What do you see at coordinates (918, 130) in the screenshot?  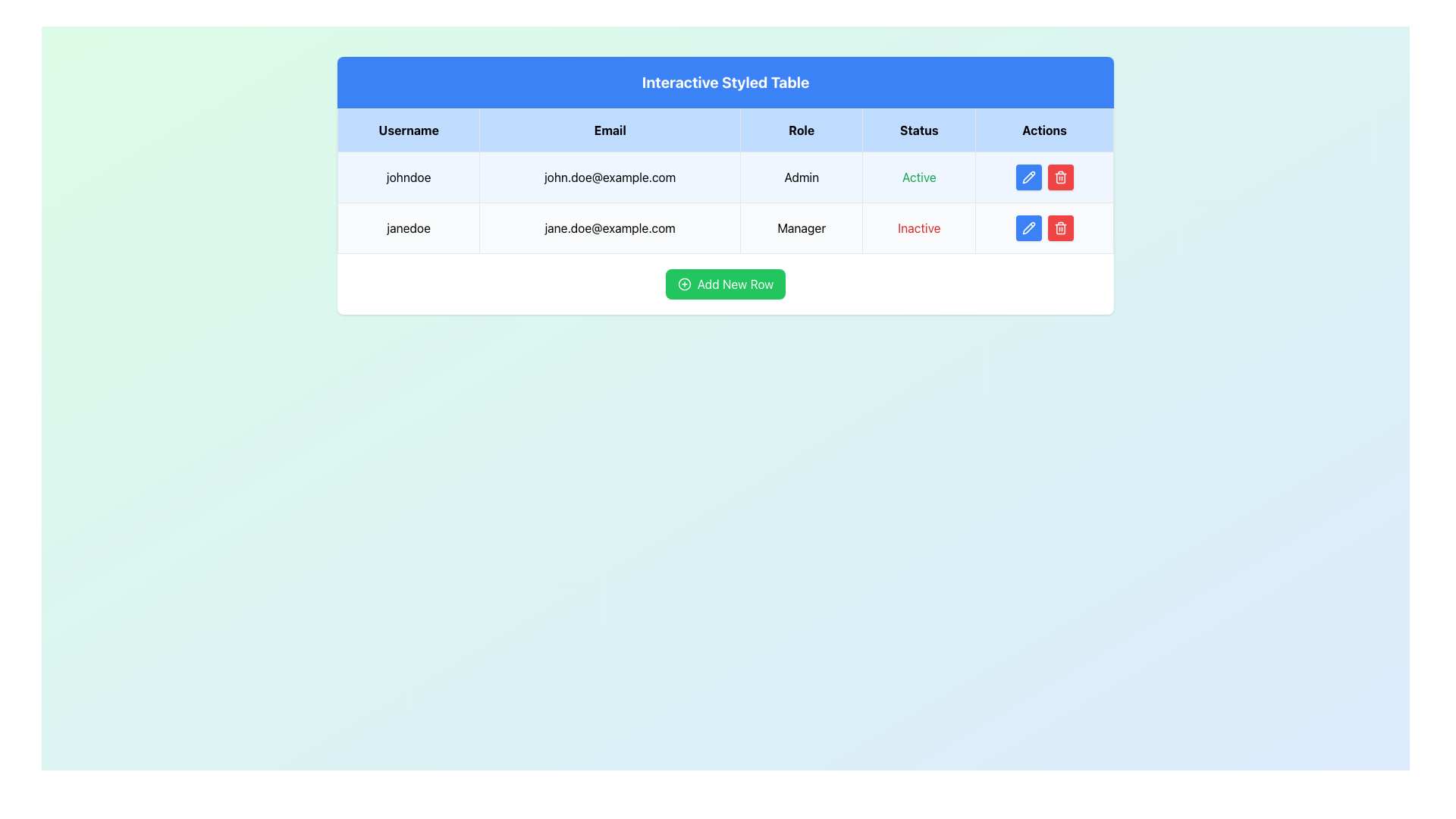 I see `the 'Status' header label in the table, which is the fourth header from the left, categorizing the rows of data below it` at bounding box center [918, 130].